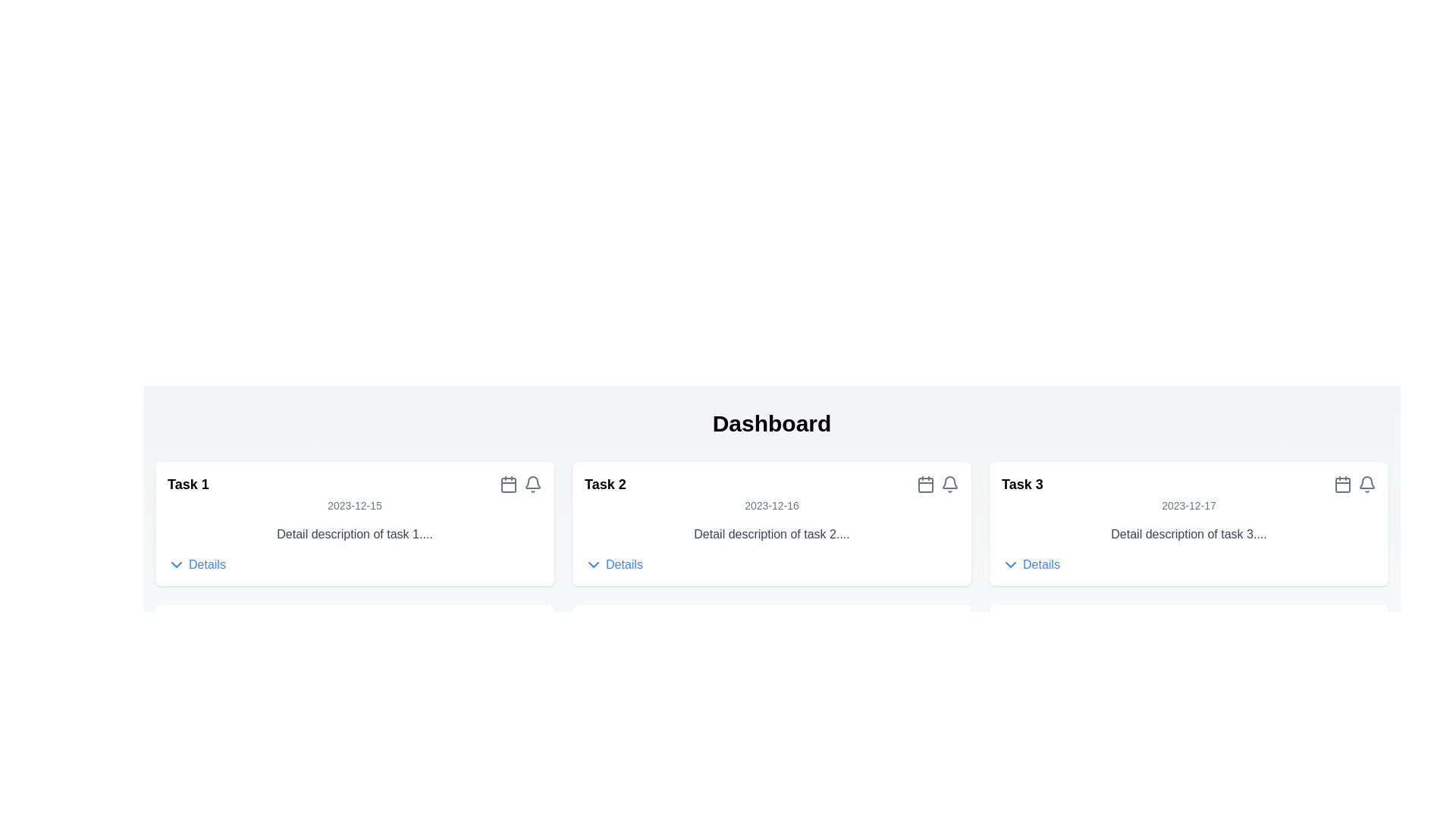 The width and height of the screenshot is (1456, 819). I want to click on the 'Details' button with blue text and a downwards-pointing chevron icon located in the bottom section of the 'Task 3' panel, so click(1031, 564).